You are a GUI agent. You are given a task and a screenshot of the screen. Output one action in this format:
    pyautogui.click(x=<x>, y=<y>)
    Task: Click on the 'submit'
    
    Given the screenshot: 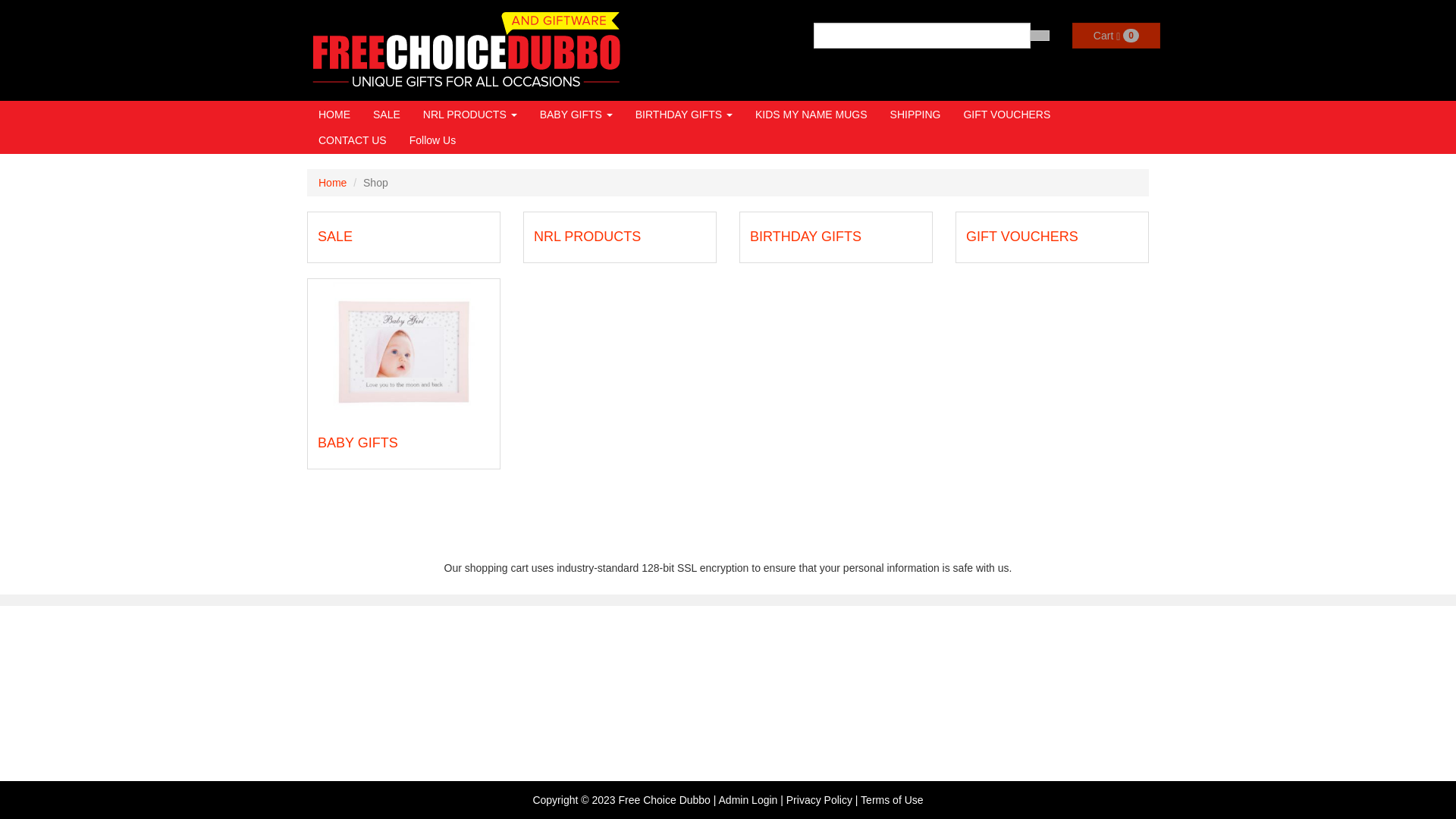 What is the action you would take?
    pyautogui.click(x=1039, y=34)
    